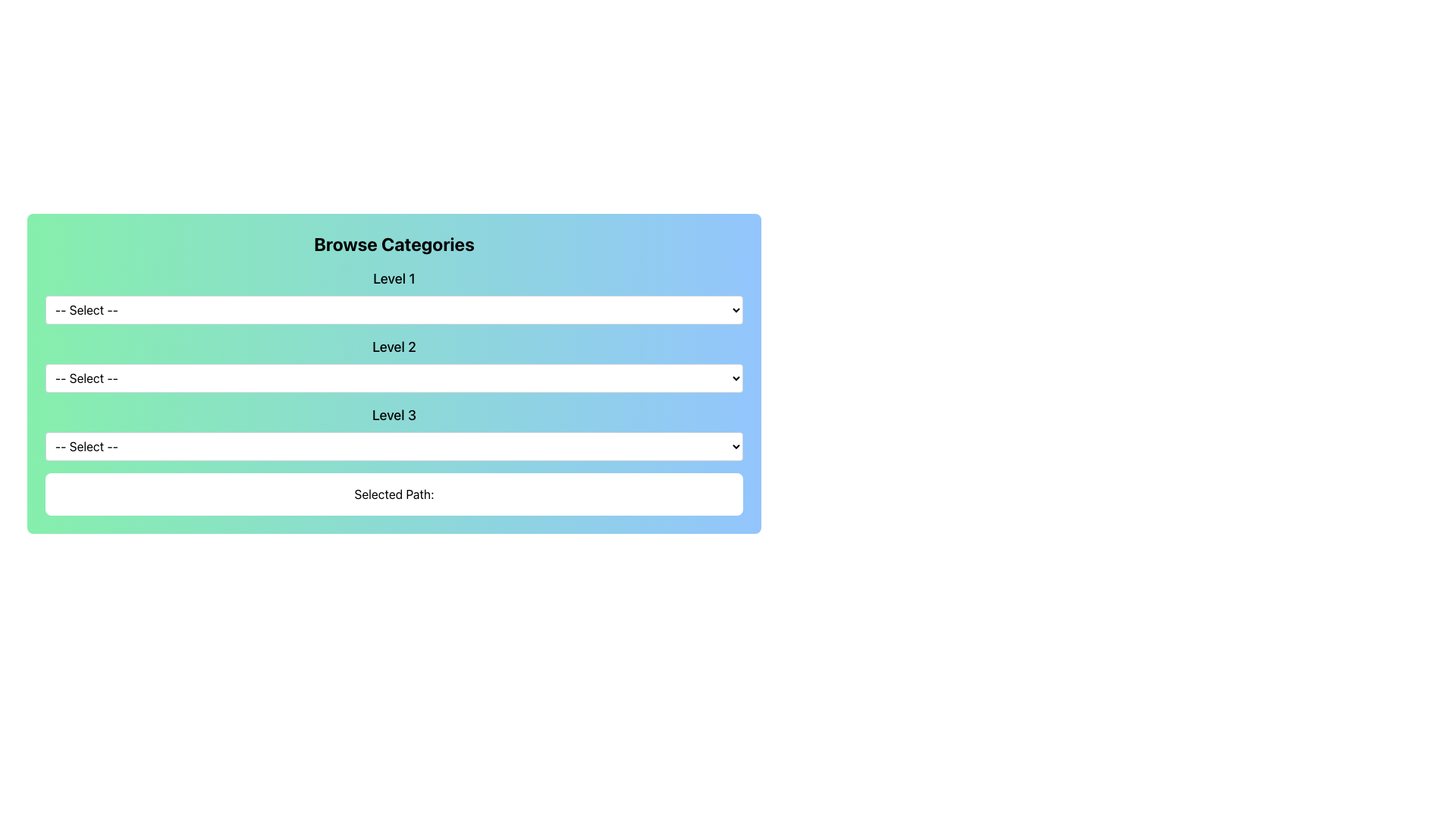 This screenshot has height=819, width=1456. Describe the element at coordinates (394, 278) in the screenshot. I see `the 'Level 1' static text label, which is displayed in bold black font above a dropdown menu and located under the heading 'Browse Categories'` at that location.